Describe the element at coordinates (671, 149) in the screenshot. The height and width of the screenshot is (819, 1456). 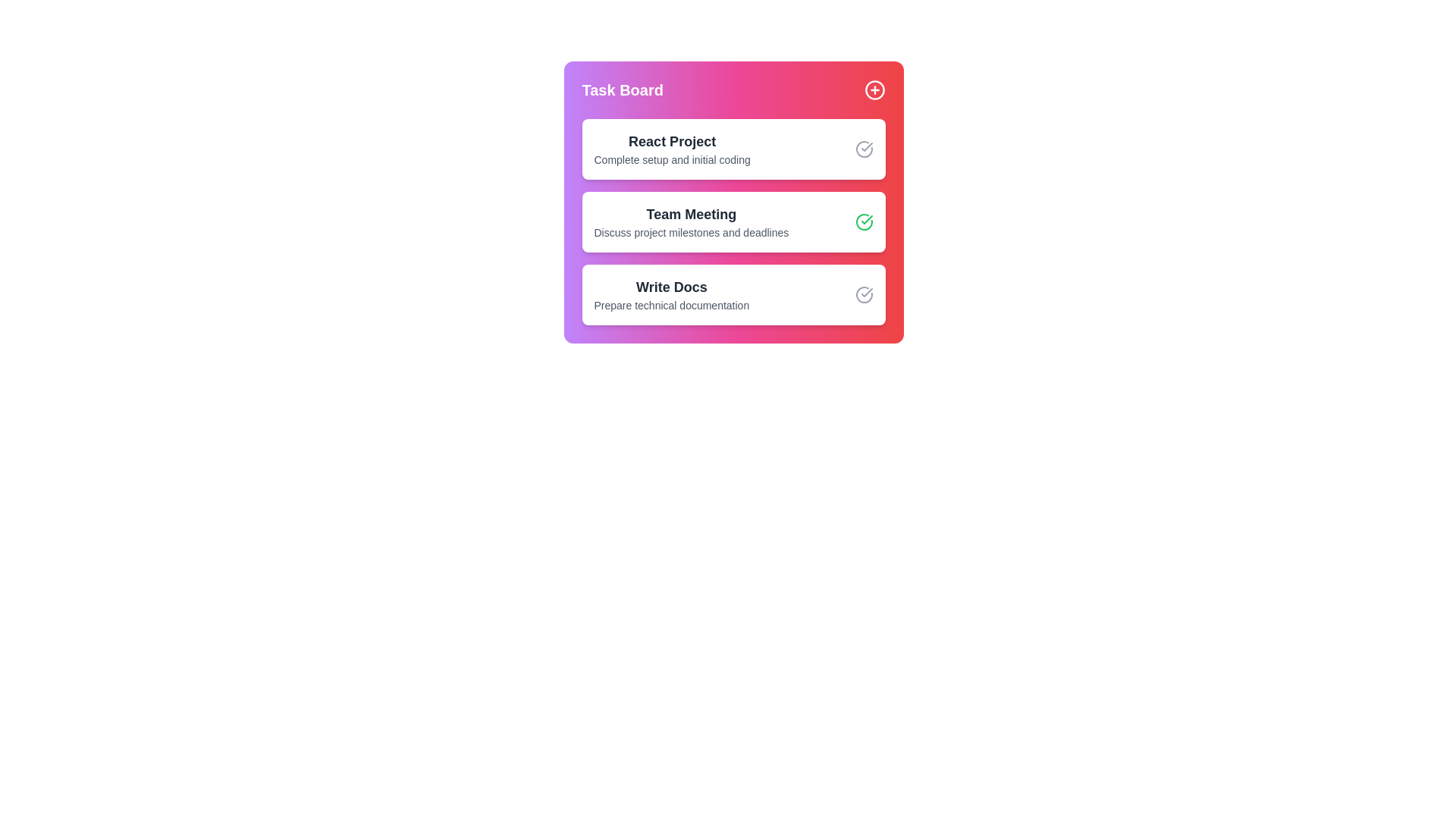
I see `the task titled 'React Project' to view its details` at that location.